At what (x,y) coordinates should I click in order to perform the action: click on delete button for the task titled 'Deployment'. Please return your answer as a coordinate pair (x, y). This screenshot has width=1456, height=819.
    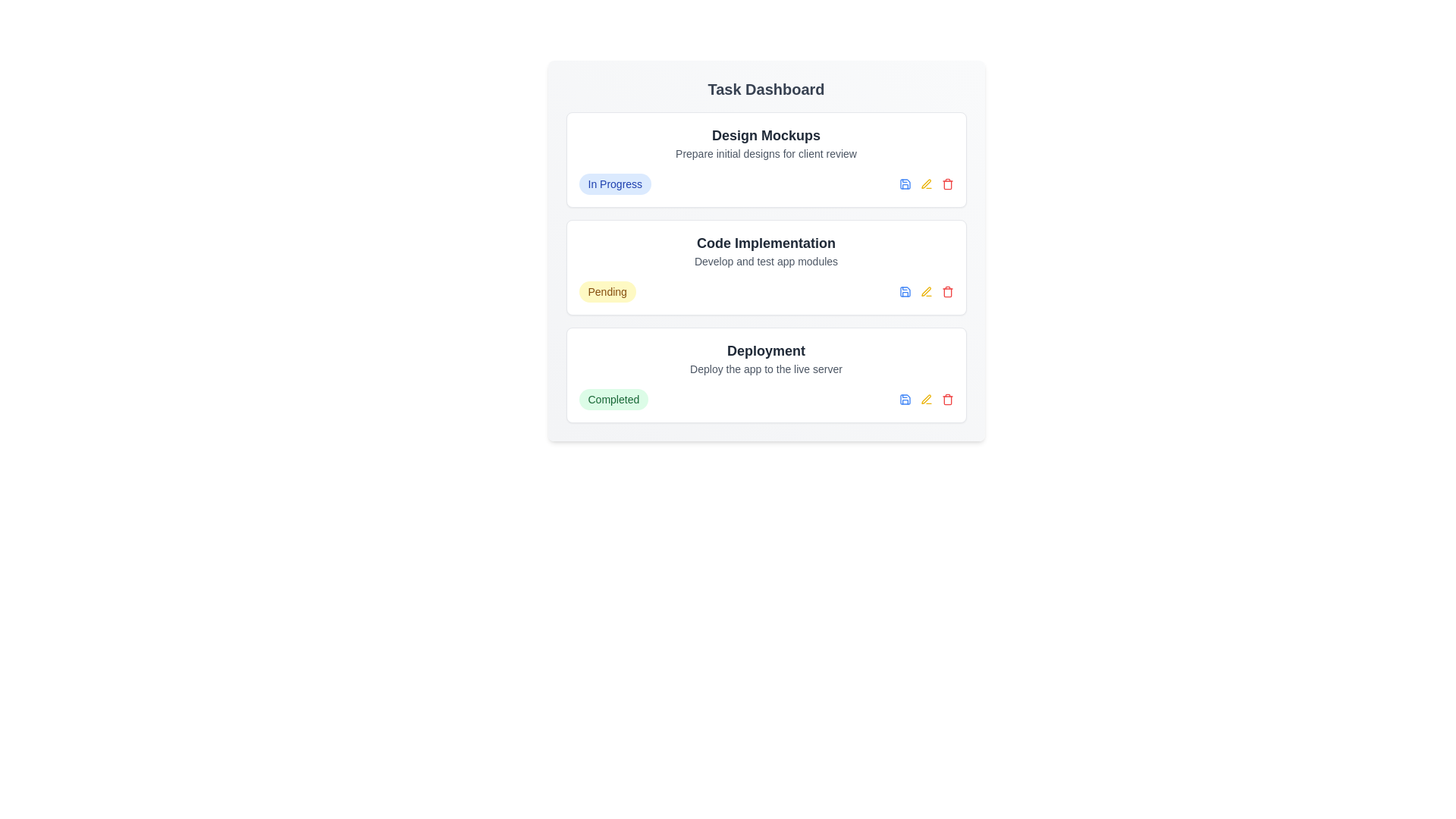
    Looking at the image, I should click on (946, 399).